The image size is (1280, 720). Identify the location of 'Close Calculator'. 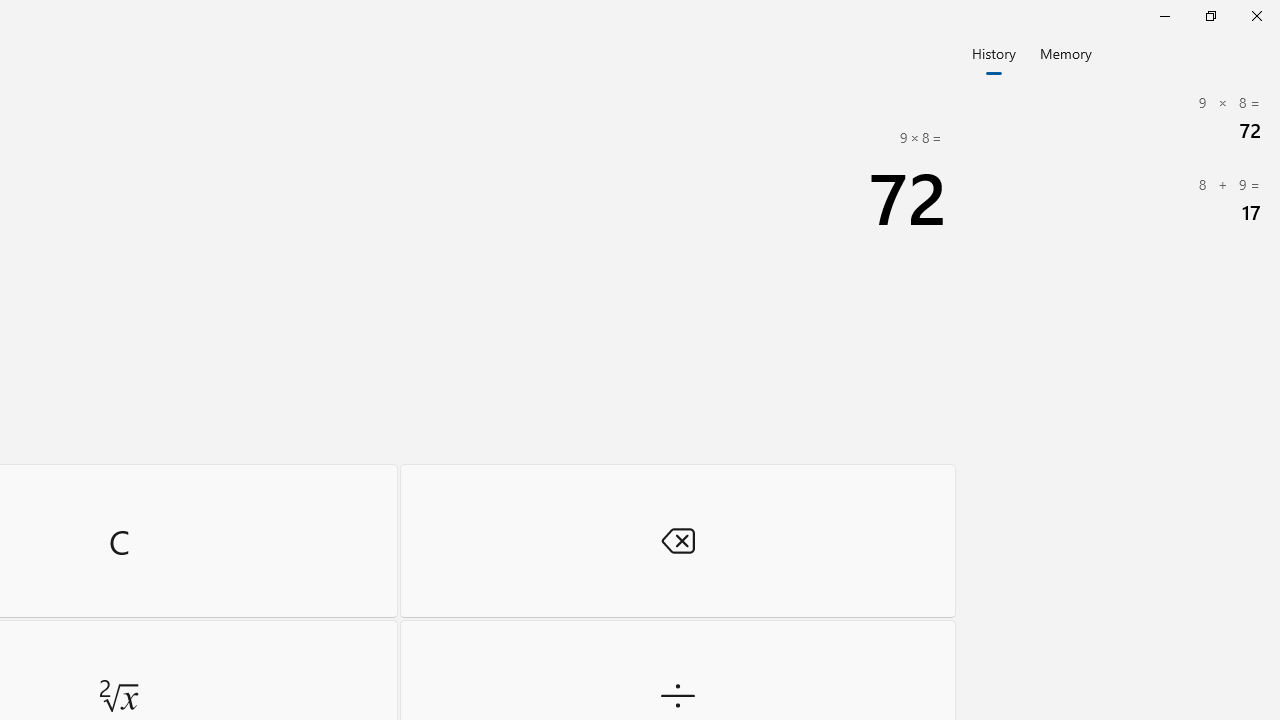
(1255, 15).